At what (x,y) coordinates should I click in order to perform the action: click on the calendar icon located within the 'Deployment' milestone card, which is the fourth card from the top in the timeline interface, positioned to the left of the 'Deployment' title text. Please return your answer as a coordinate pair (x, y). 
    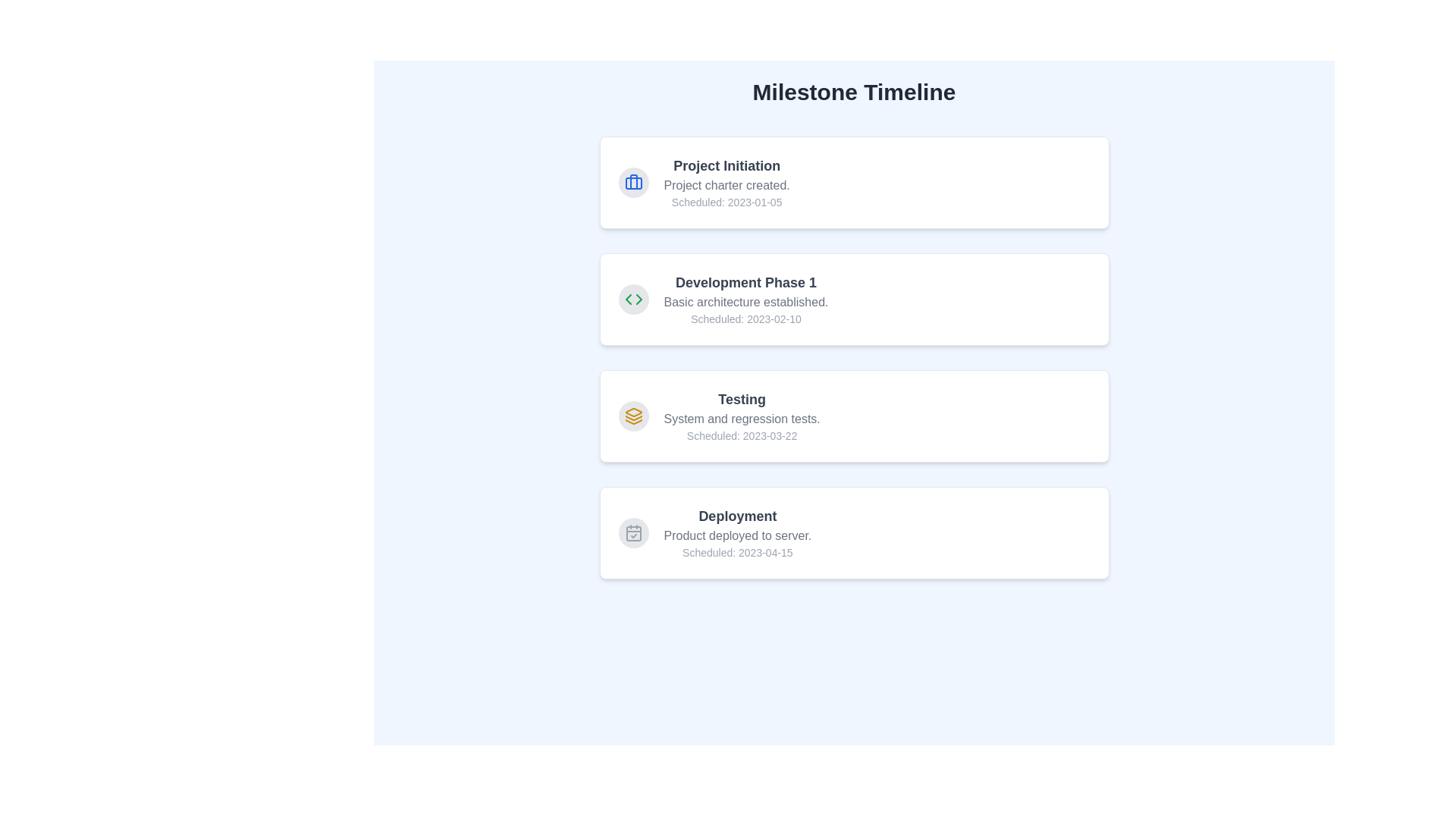
    Looking at the image, I should click on (633, 533).